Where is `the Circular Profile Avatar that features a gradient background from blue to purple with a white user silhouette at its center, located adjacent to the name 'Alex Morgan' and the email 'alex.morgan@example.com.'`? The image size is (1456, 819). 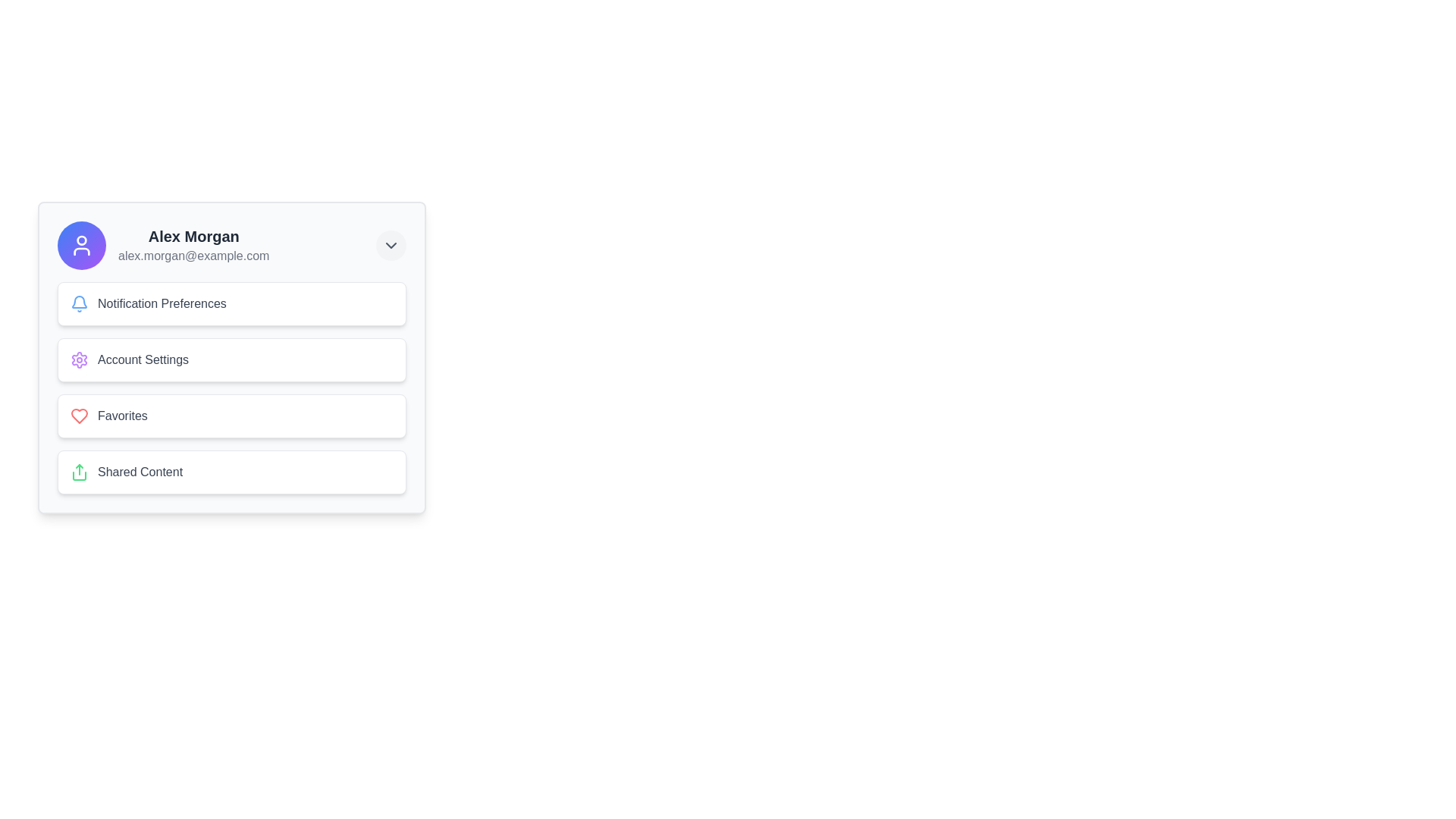 the Circular Profile Avatar that features a gradient background from blue to purple with a white user silhouette at its center, located adjacent to the name 'Alex Morgan' and the email 'alex.morgan@example.com.' is located at coordinates (81, 245).